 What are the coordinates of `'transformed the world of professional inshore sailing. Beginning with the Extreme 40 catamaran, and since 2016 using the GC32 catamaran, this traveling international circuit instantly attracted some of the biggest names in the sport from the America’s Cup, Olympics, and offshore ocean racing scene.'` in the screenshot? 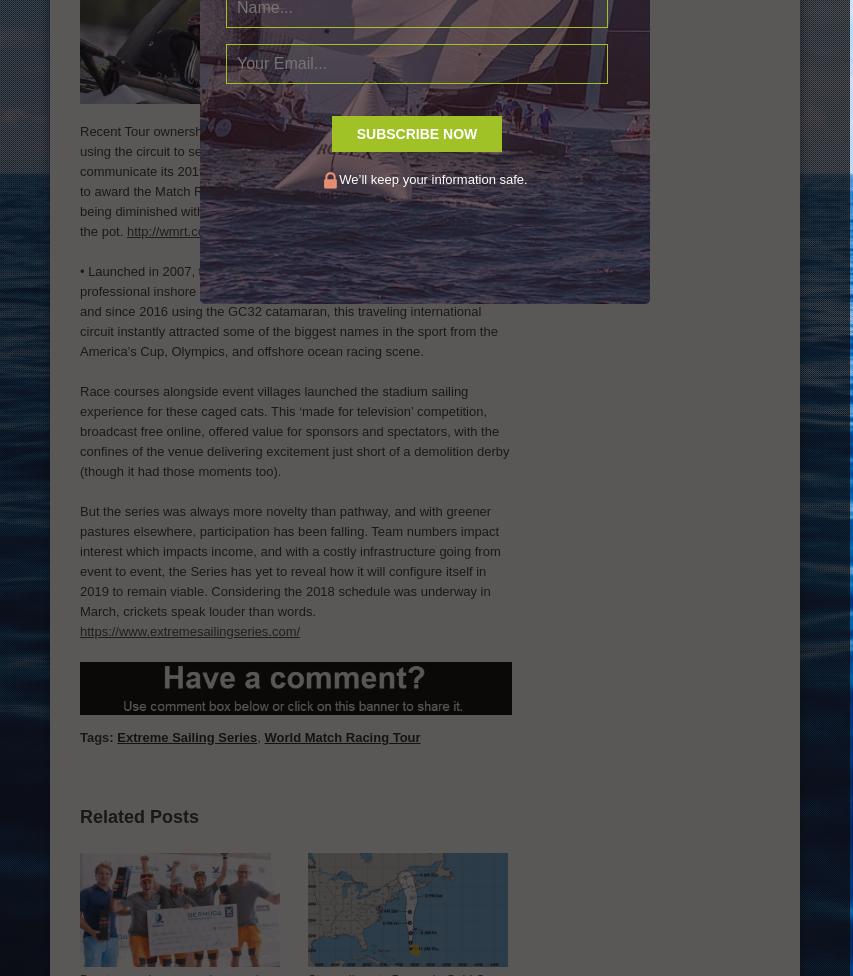 It's located at (290, 310).